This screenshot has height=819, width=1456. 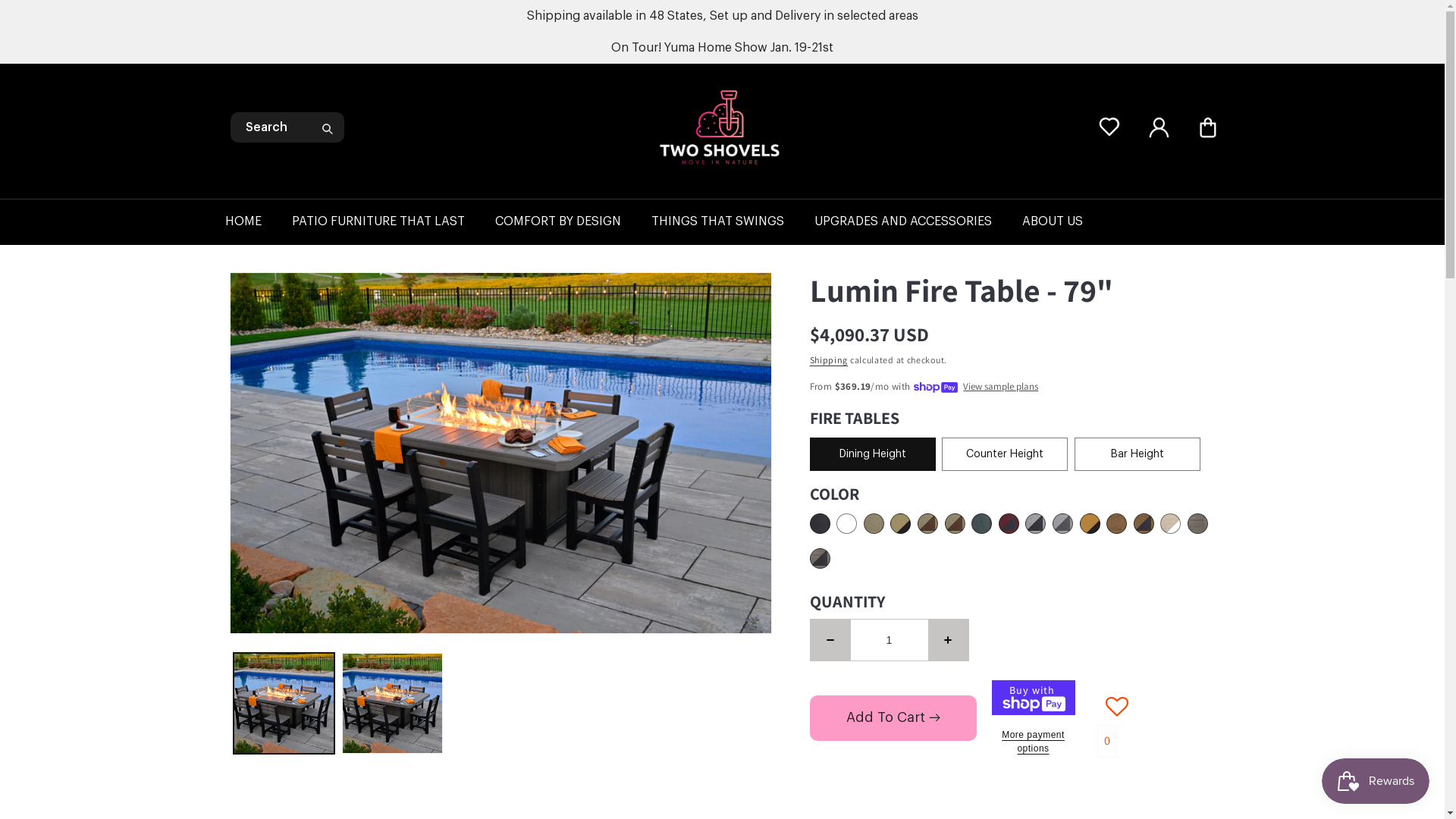 I want to click on 'Decrease quantity for Lumin Fire Table - 79&quot;', so click(x=829, y=639).